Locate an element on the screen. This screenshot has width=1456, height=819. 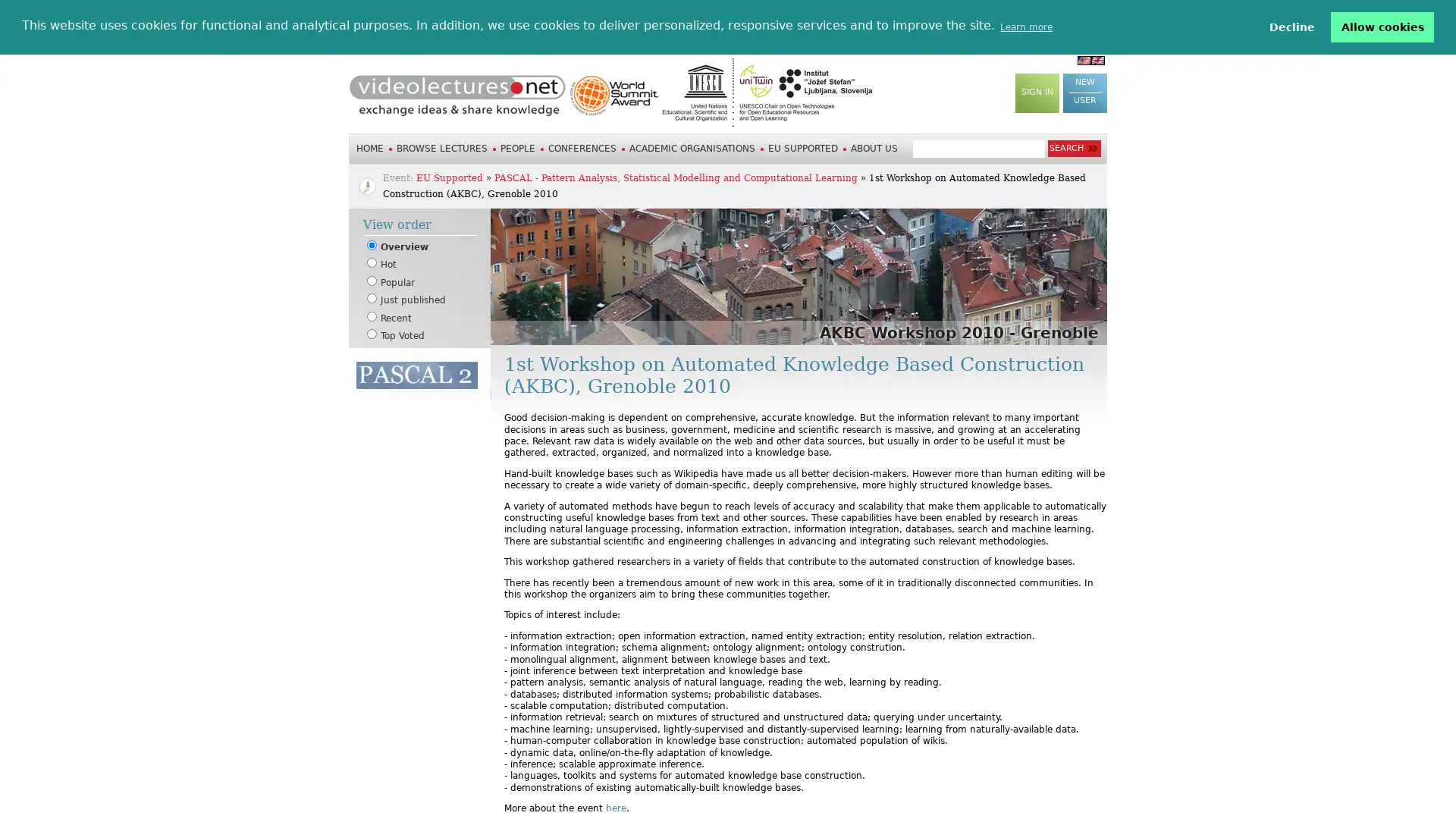
allow cookies is located at coordinates (1382, 27).